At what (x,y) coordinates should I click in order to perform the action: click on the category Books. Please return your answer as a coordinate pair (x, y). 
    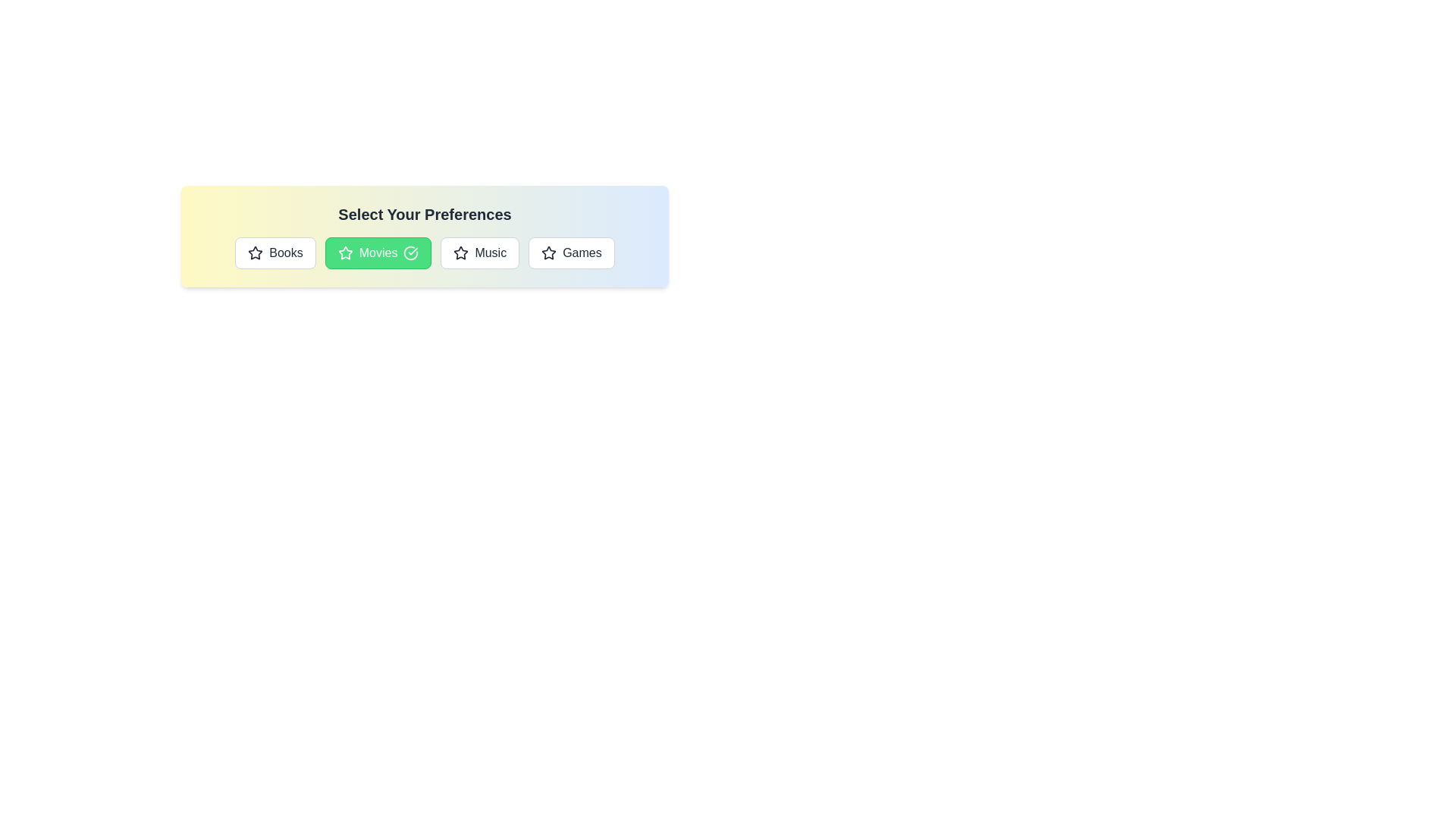
    Looking at the image, I should click on (275, 253).